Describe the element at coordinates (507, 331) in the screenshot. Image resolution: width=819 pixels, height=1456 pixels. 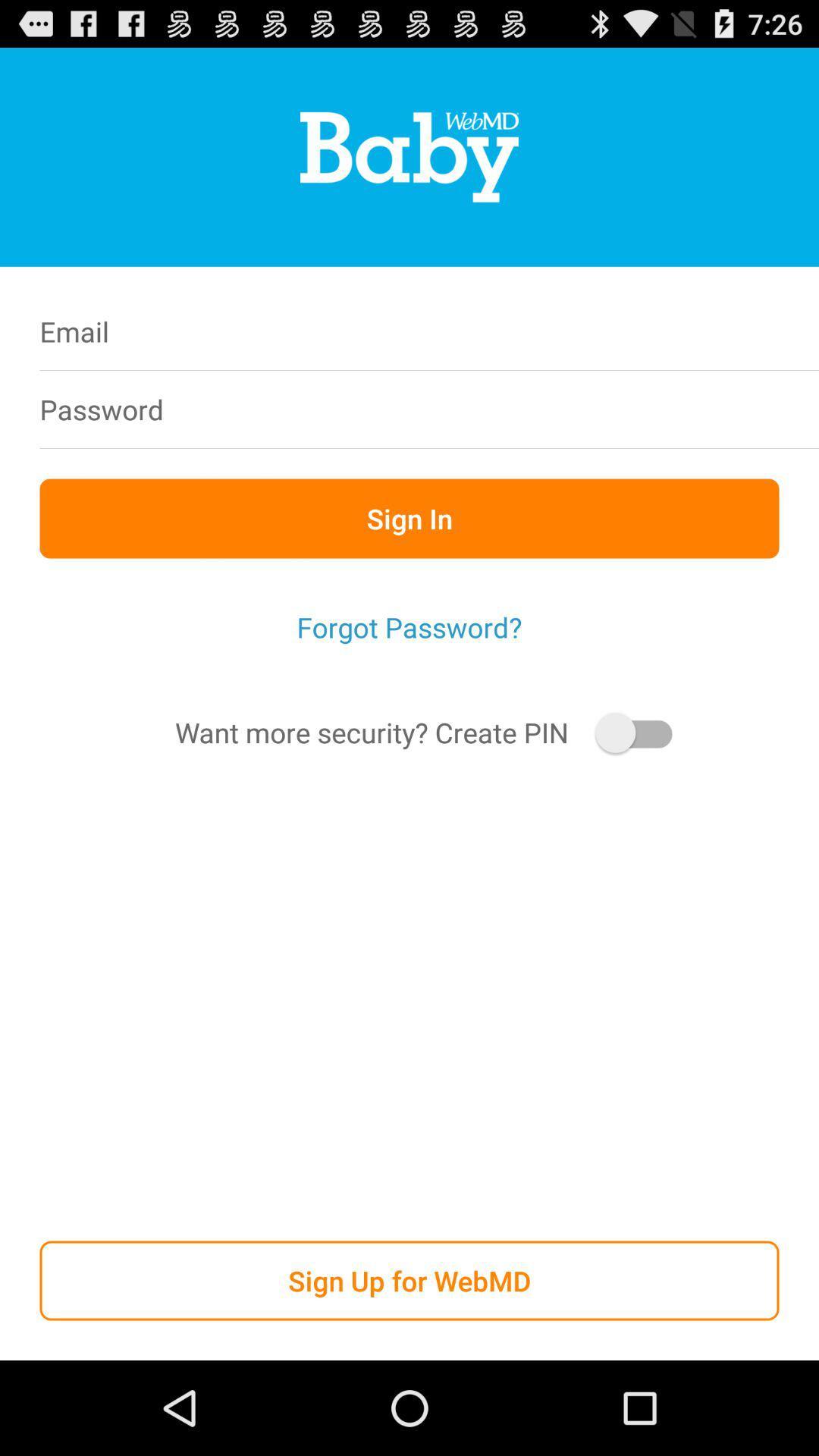
I see `space for email` at that location.